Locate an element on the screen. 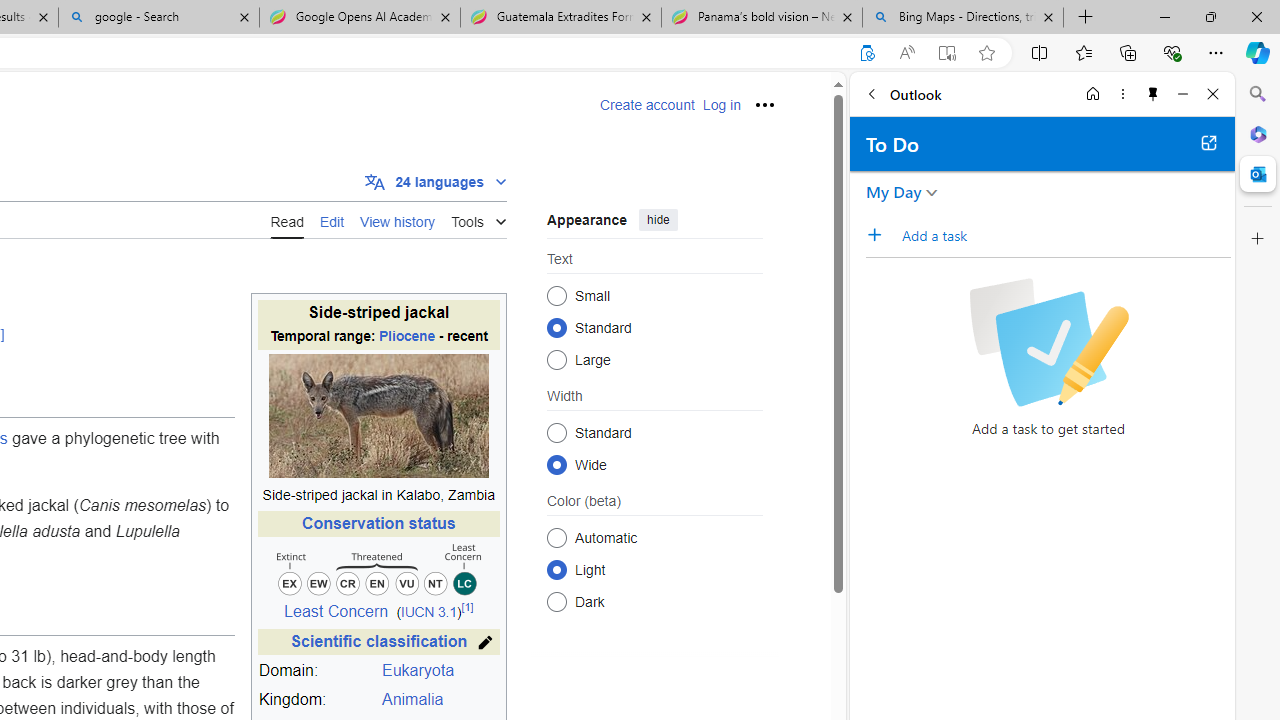 The height and width of the screenshot is (720, 1280). 'Pliocene' is located at coordinates (406, 335).